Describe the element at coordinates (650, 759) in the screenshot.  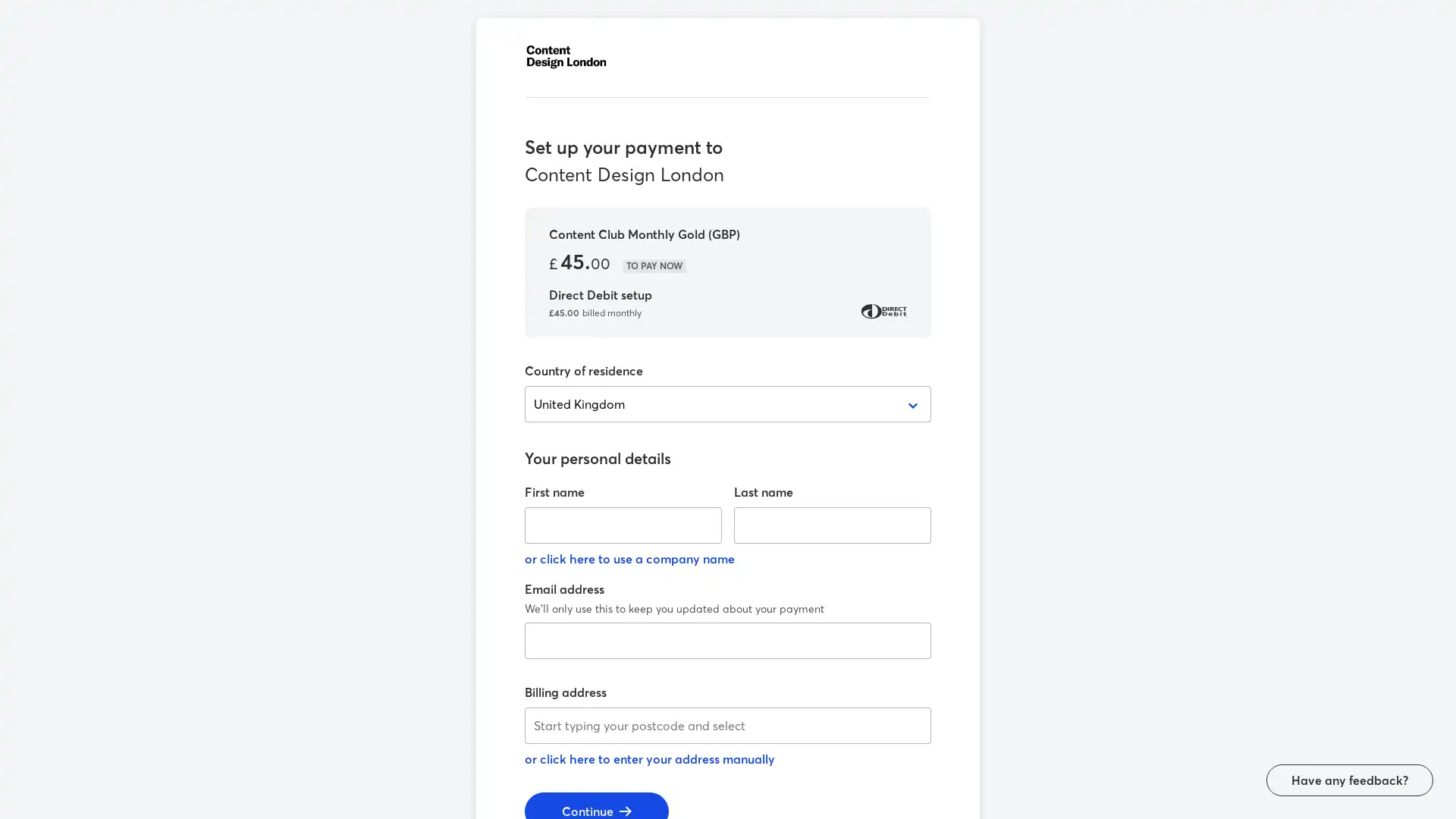
I see `or click here to enter your address manually` at that location.